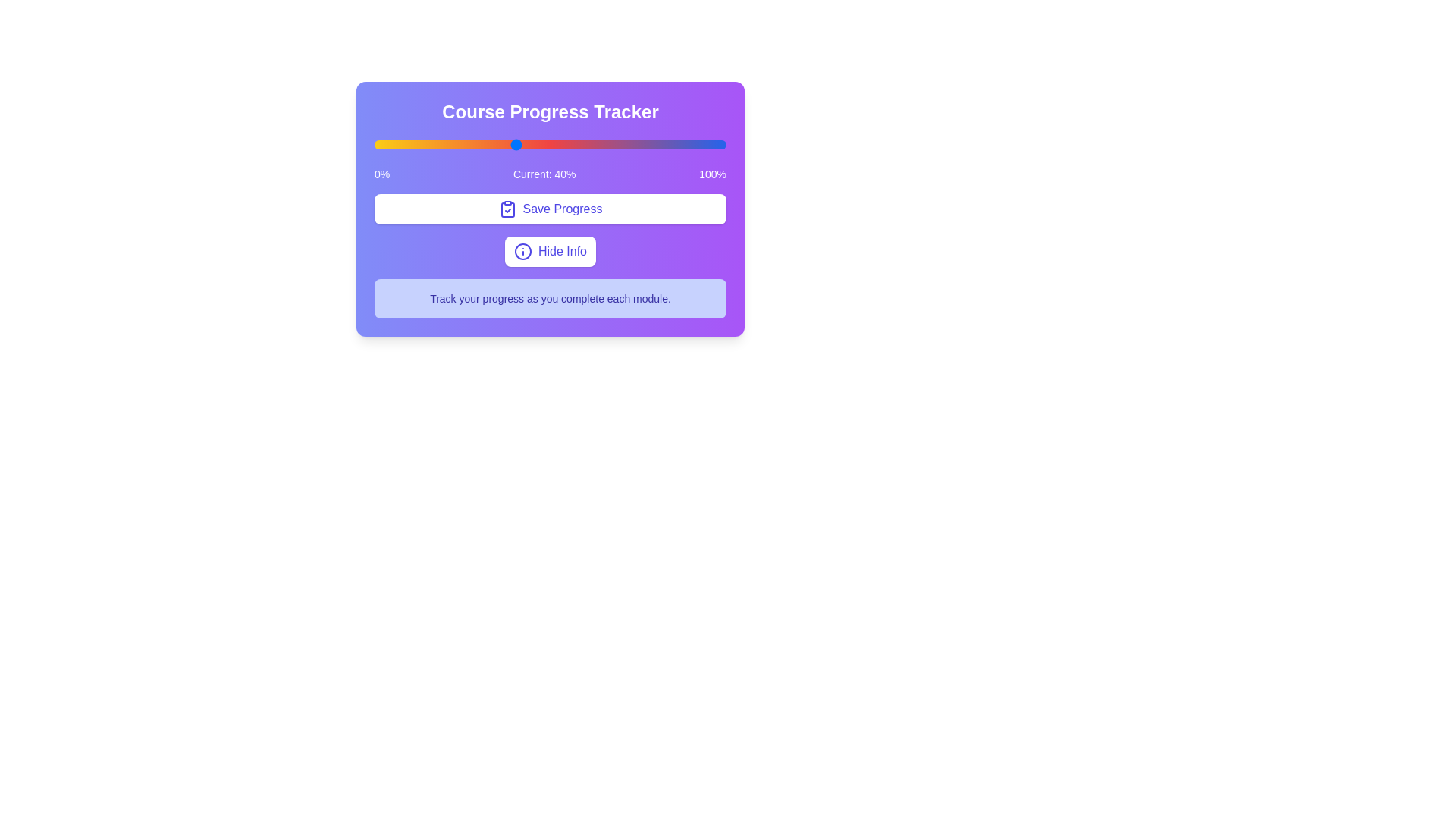  What do you see at coordinates (540, 145) in the screenshot?
I see `the course progress` at bounding box center [540, 145].